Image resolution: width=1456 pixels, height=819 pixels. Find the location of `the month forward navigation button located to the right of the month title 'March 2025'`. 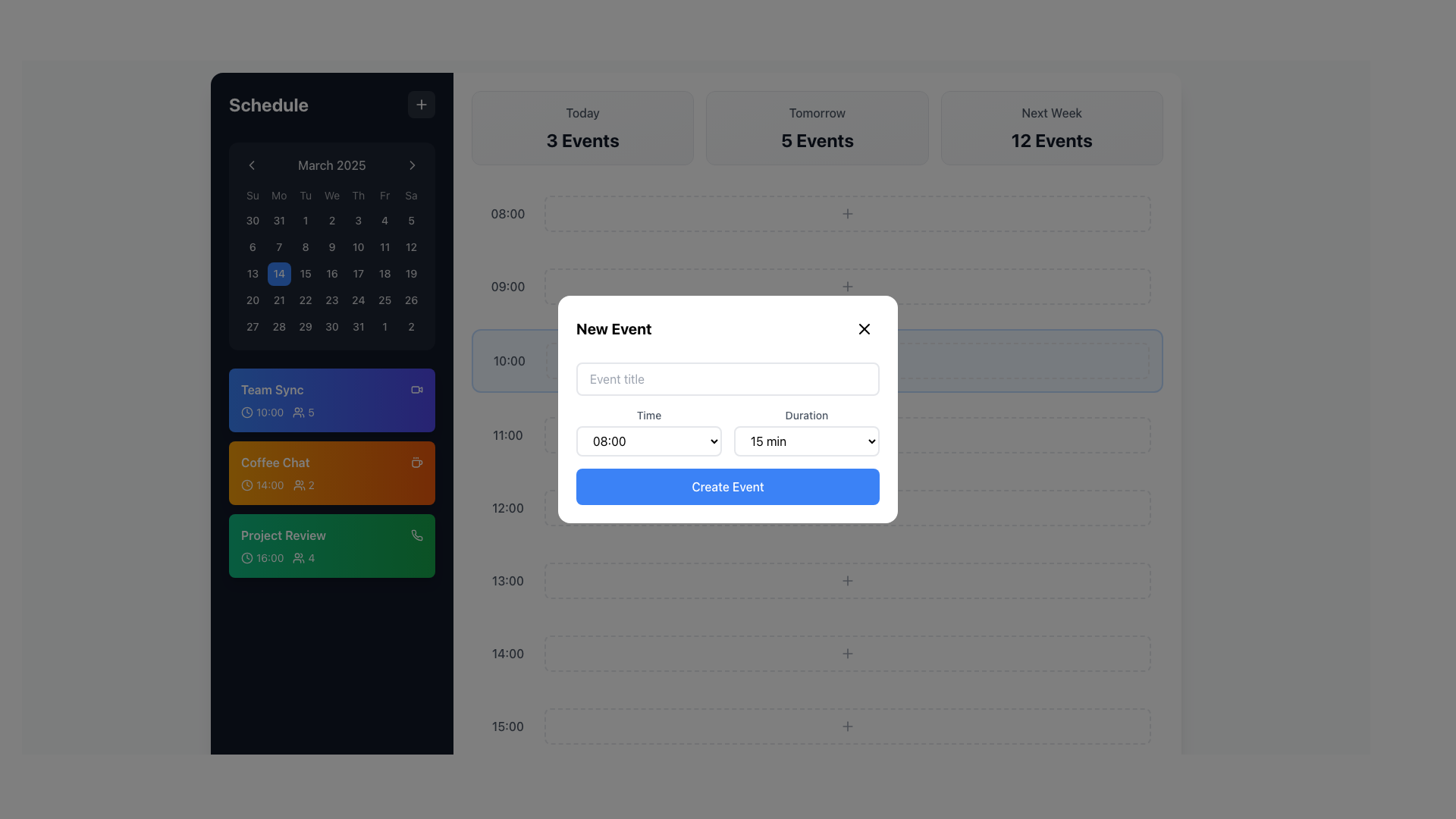

the month forward navigation button located to the right of the month title 'March 2025' is located at coordinates (412, 165).